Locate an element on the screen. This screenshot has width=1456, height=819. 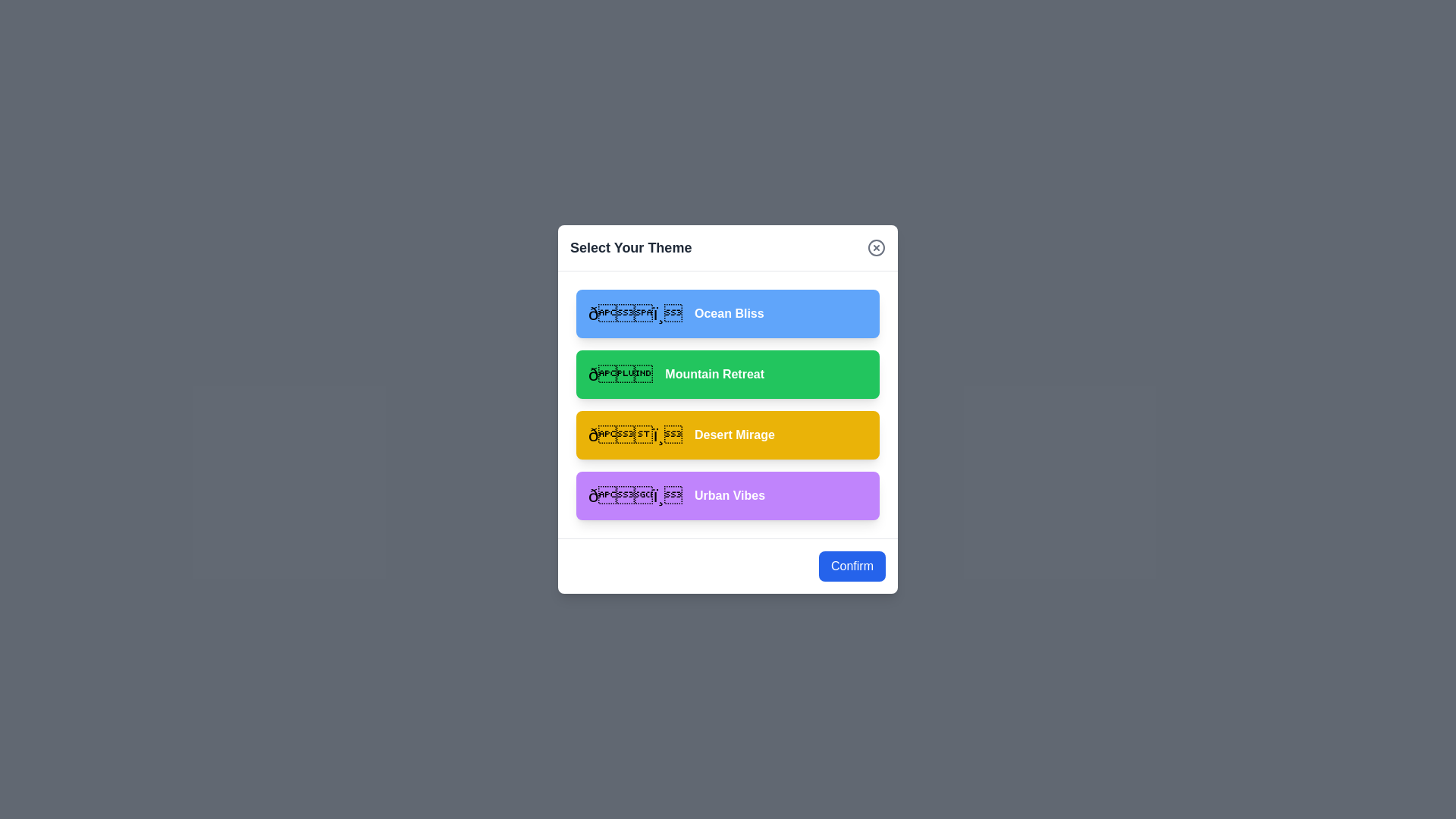
the theme Urban Vibes from the list is located at coordinates (728, 496).